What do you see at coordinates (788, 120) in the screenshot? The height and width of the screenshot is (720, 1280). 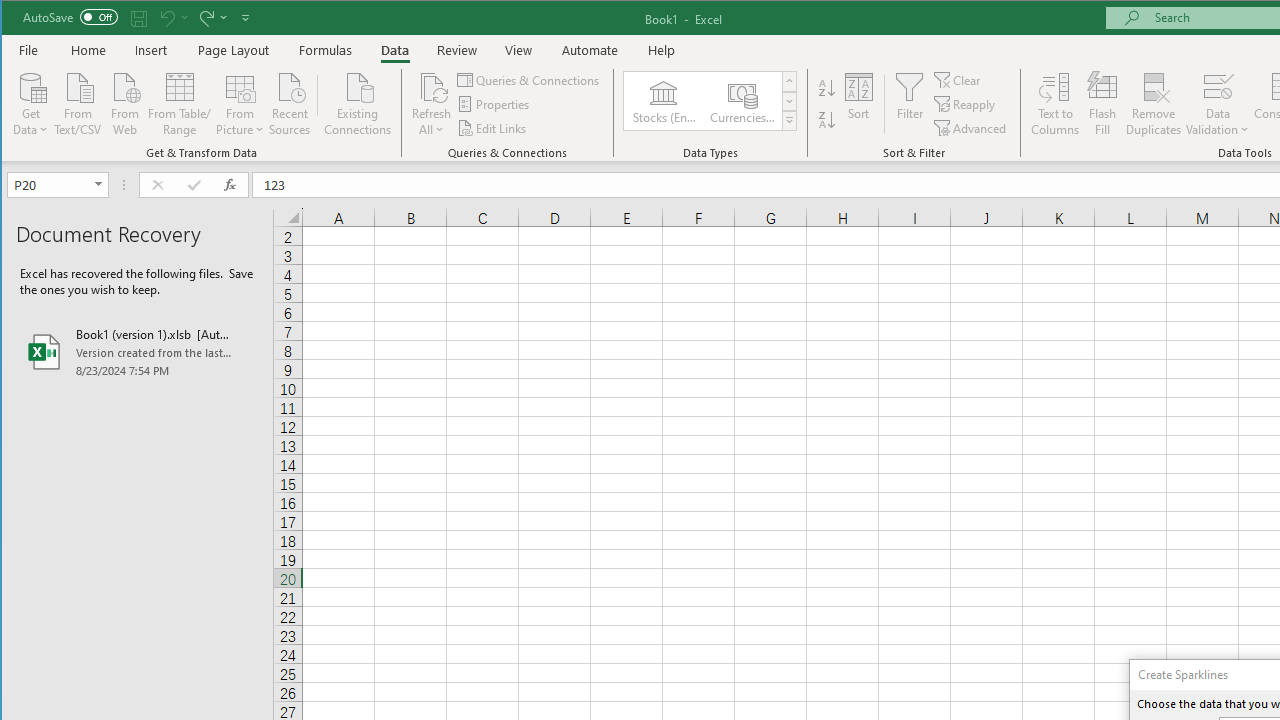 I see `'Class: NetUIImage'` at bounding box center [788, 120].